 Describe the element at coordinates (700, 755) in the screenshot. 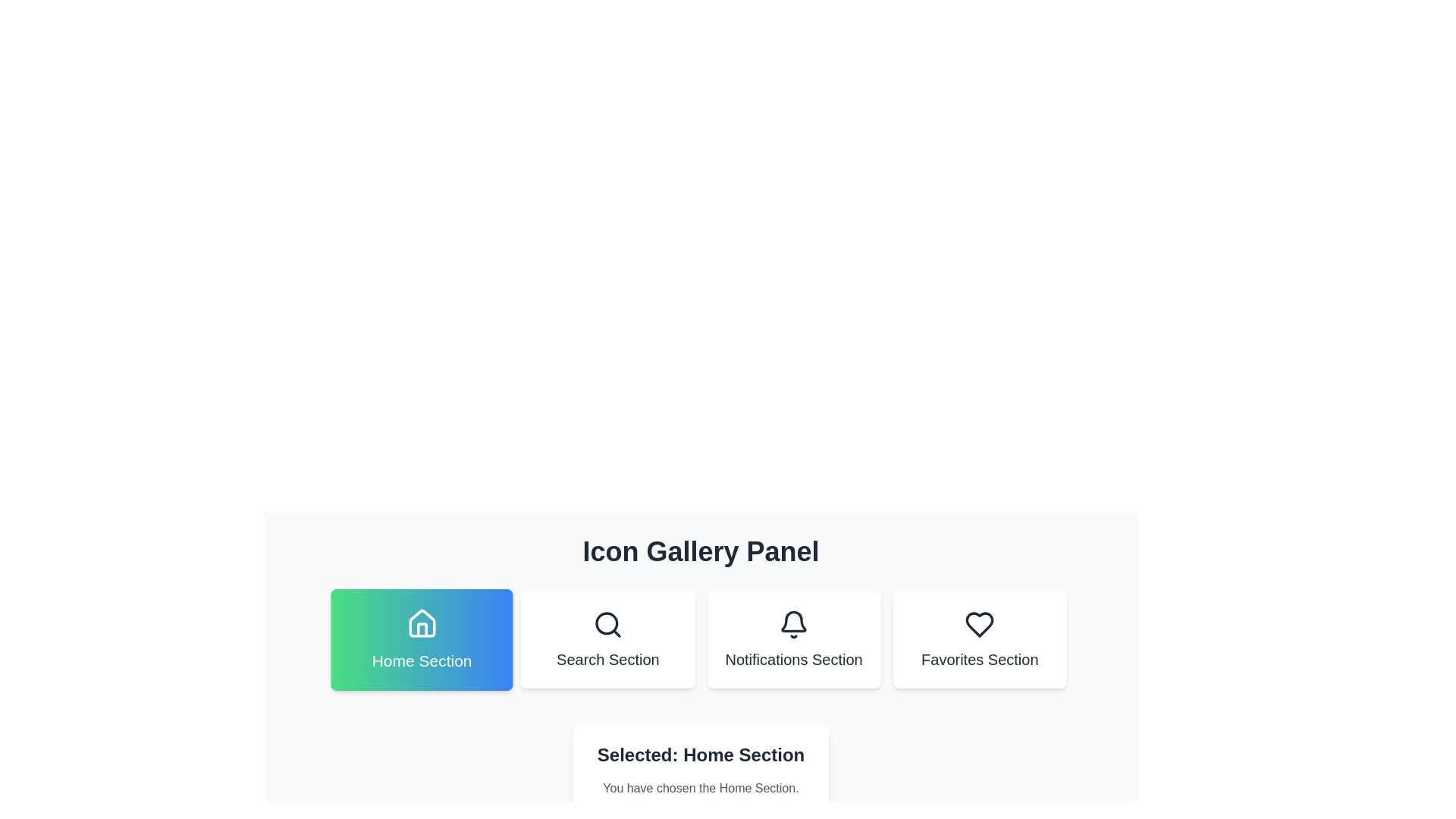

I see `the Static text header that displays 'Selected: Home Section', which is a bold and large label in dark gray on a white background` at that location.